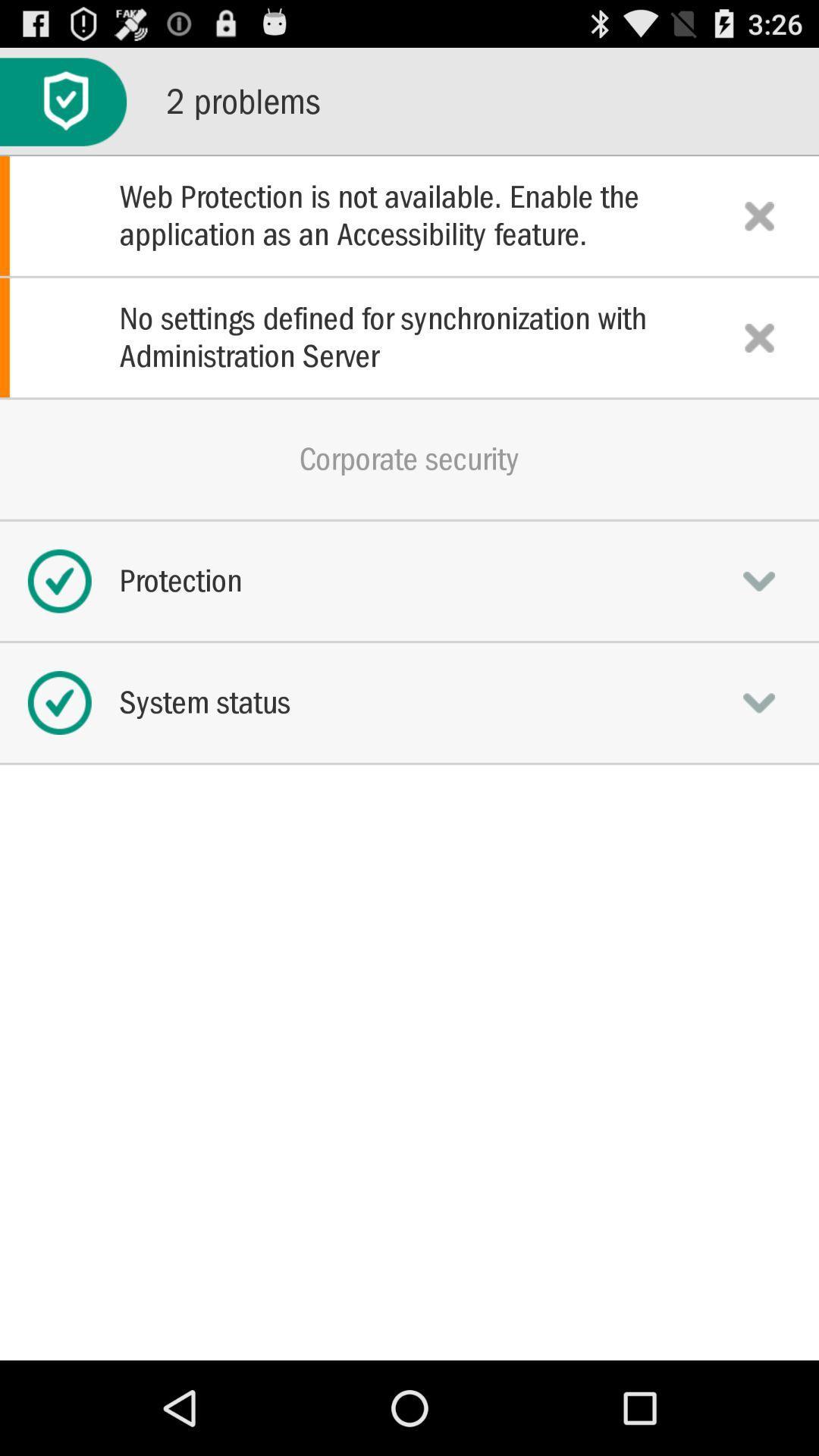  I want to click on section, so click(759, 215).